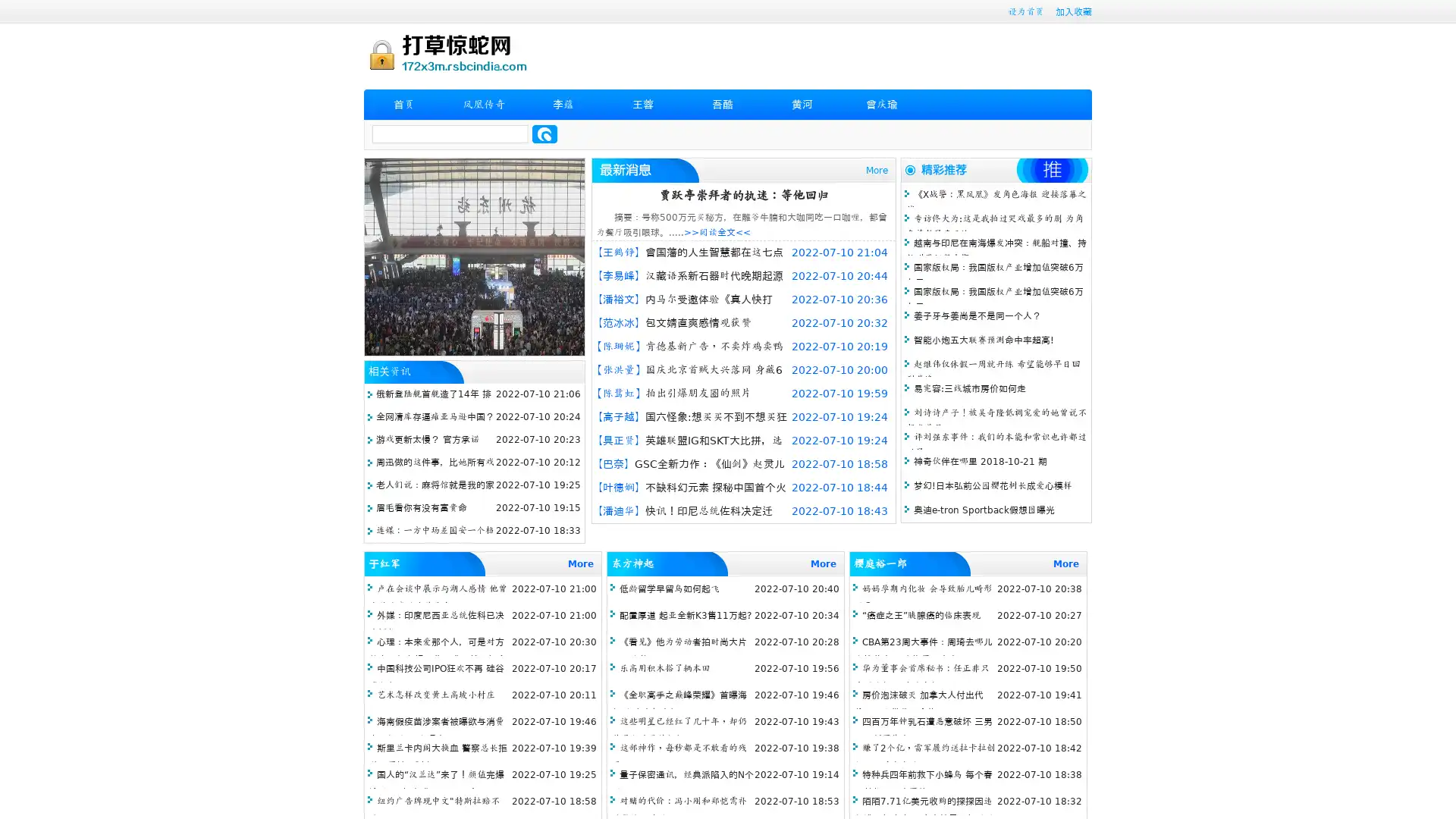 The height and width of the screenshot is (819, 1456). Describe the element at coordinates (544, 133) in the screenshot. I see `Search` at that location.